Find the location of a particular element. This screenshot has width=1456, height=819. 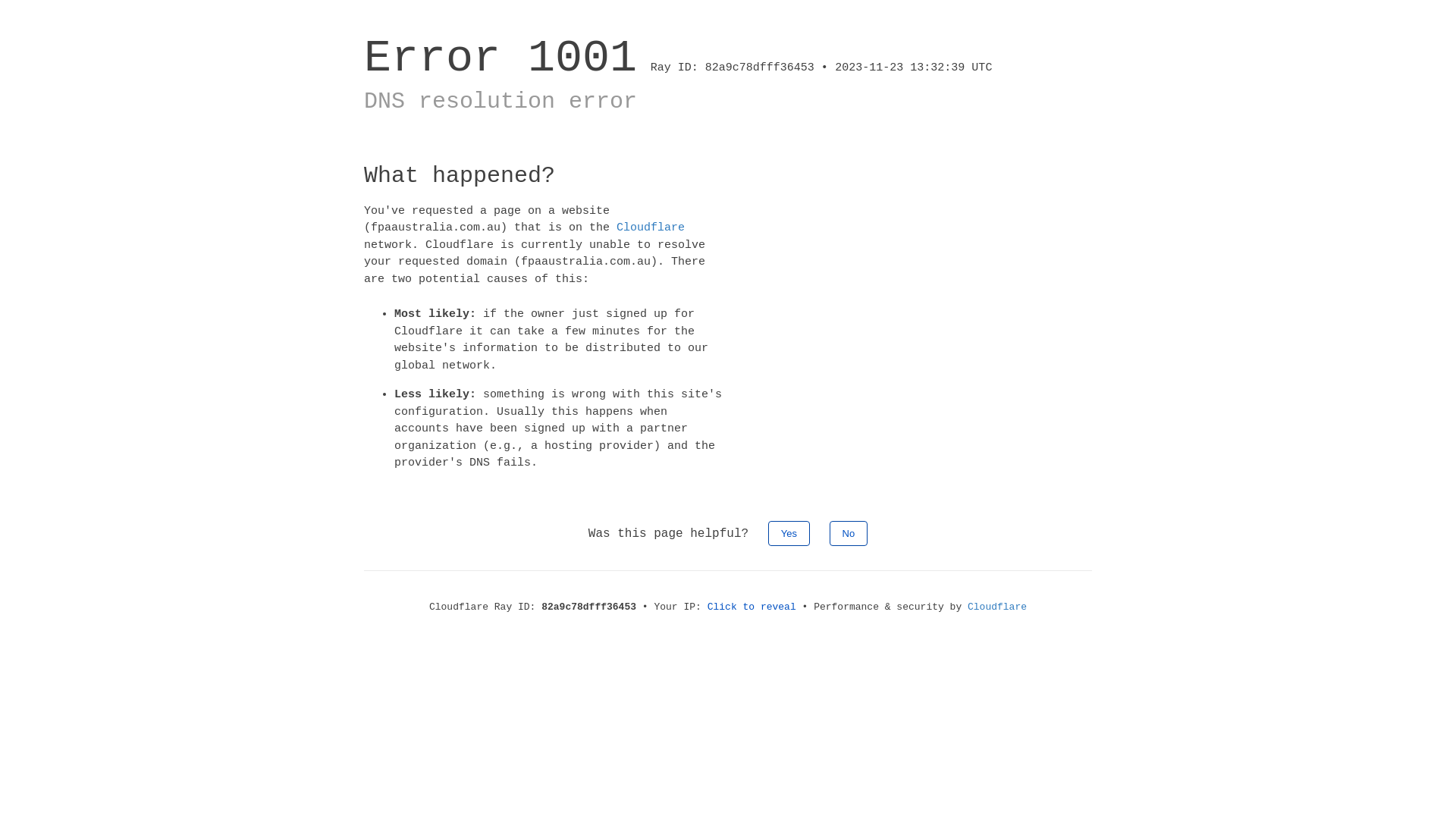

'Cloudflare' is located at coordinates (651, 227).